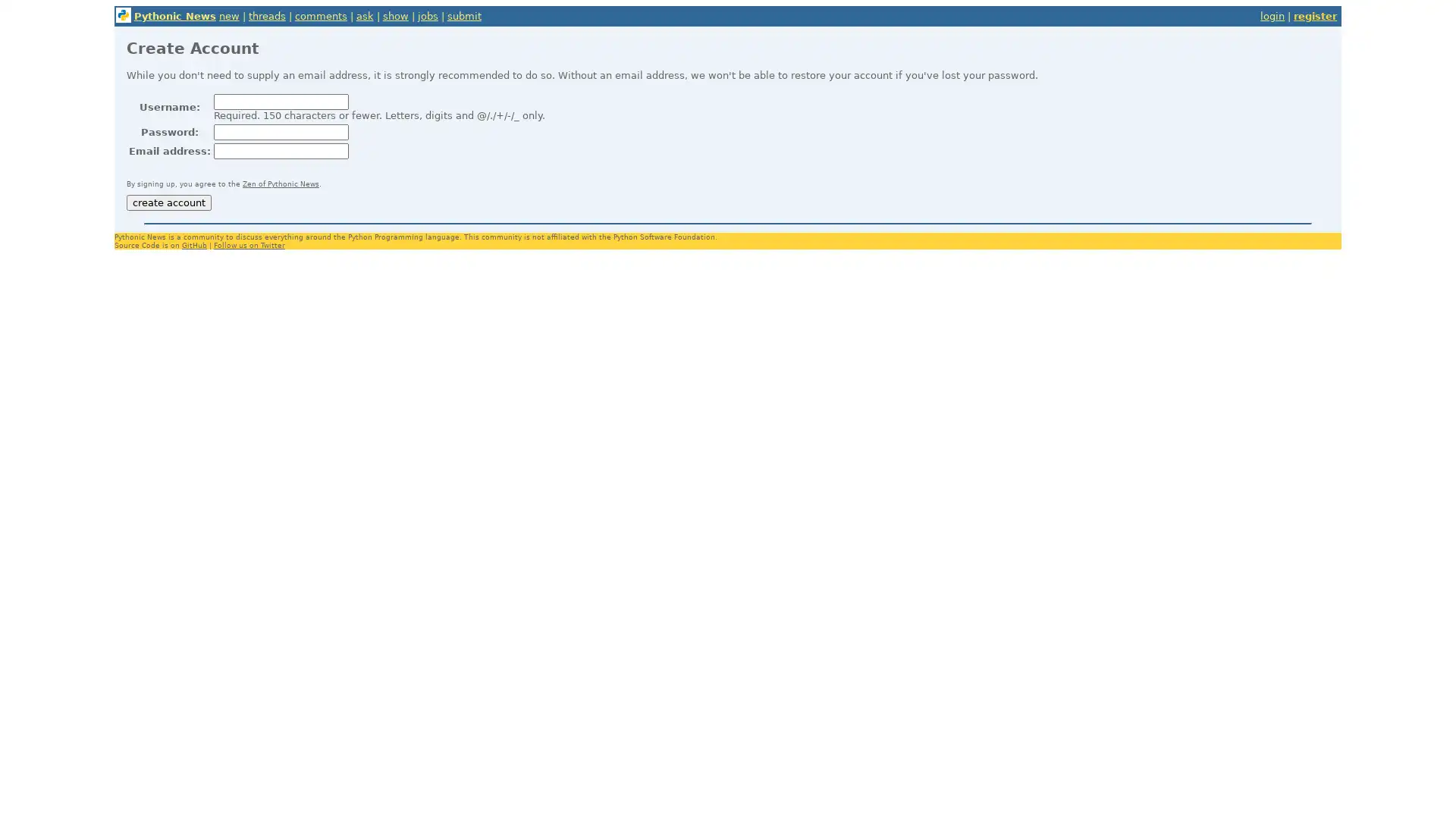 The height and width of the screenshot is (819, 1456). What do you see at coordinates (168, 202) in the screenshot?
I see `create account` at bounding box center [168, 202].